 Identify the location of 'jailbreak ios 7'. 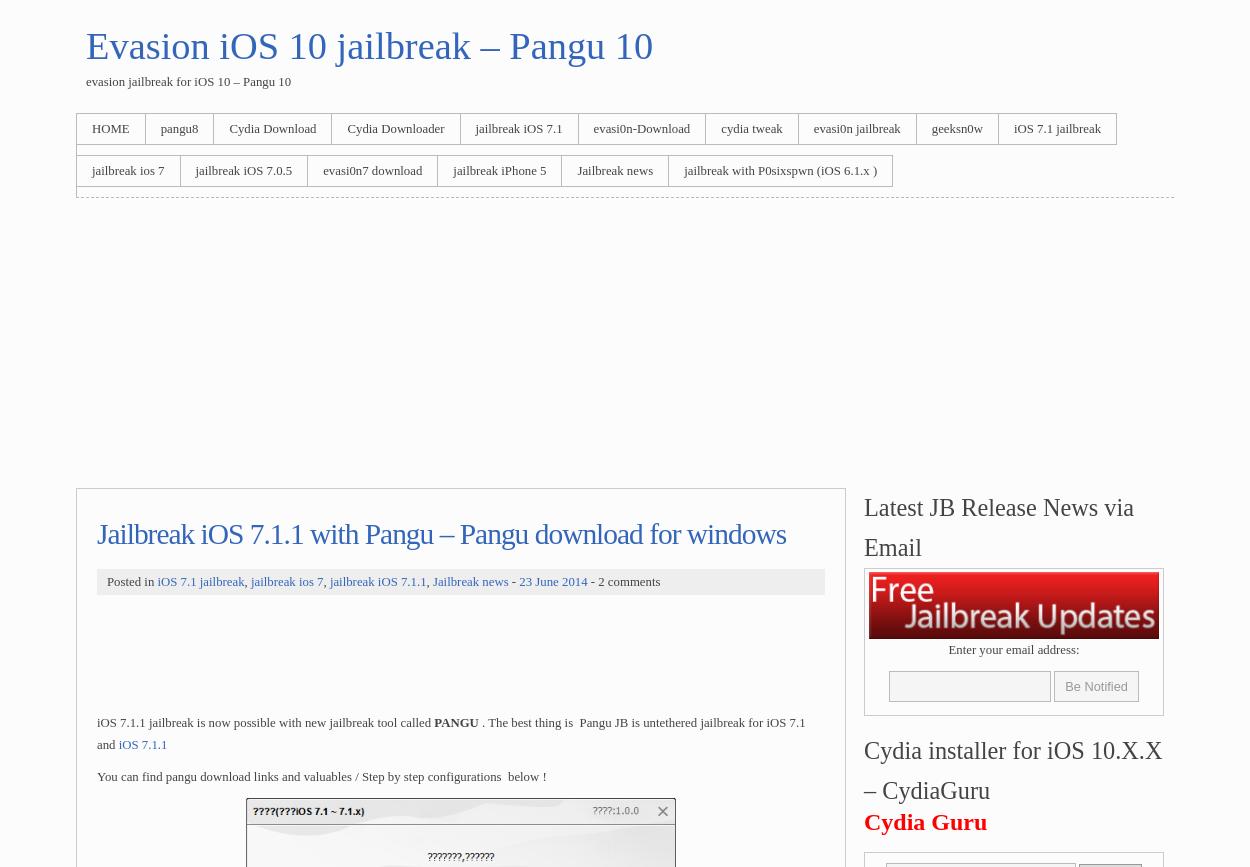
(286, 581).